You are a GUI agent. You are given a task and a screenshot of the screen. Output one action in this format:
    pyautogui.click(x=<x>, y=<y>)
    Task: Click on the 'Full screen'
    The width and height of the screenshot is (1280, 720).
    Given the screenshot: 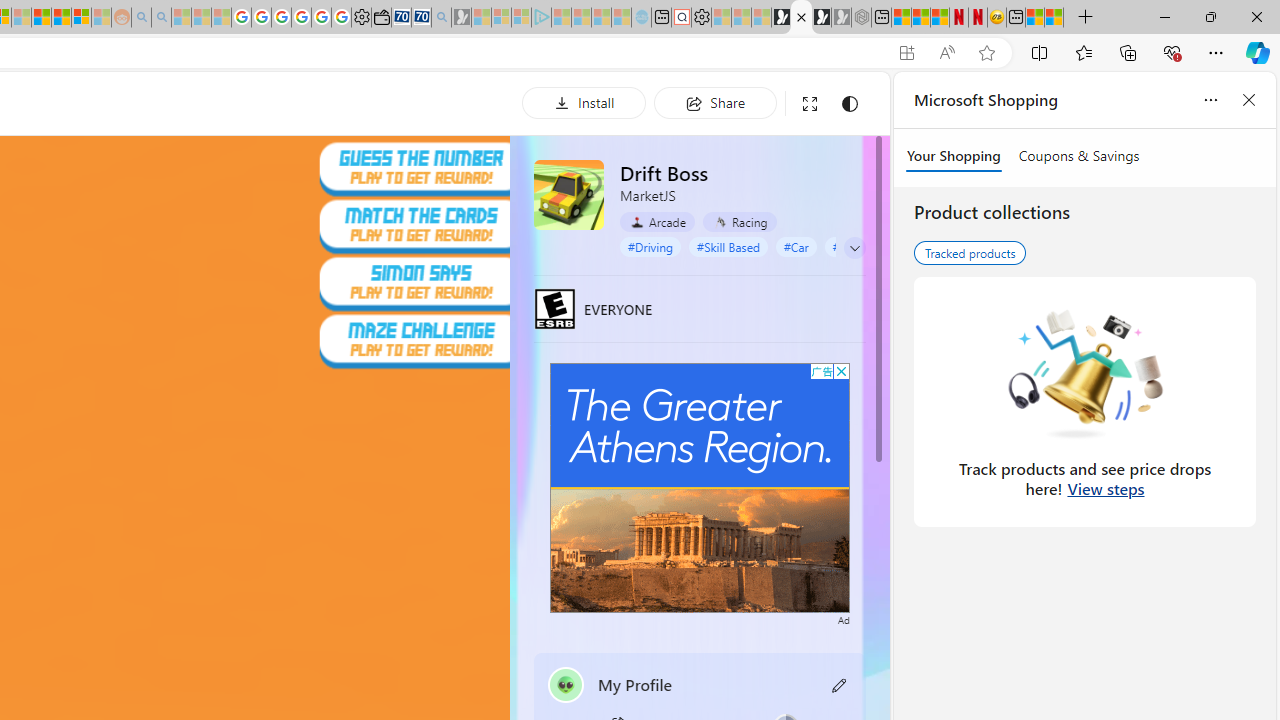 What is the action you would take?
    pyautogui.click(x=810, y=103)
    